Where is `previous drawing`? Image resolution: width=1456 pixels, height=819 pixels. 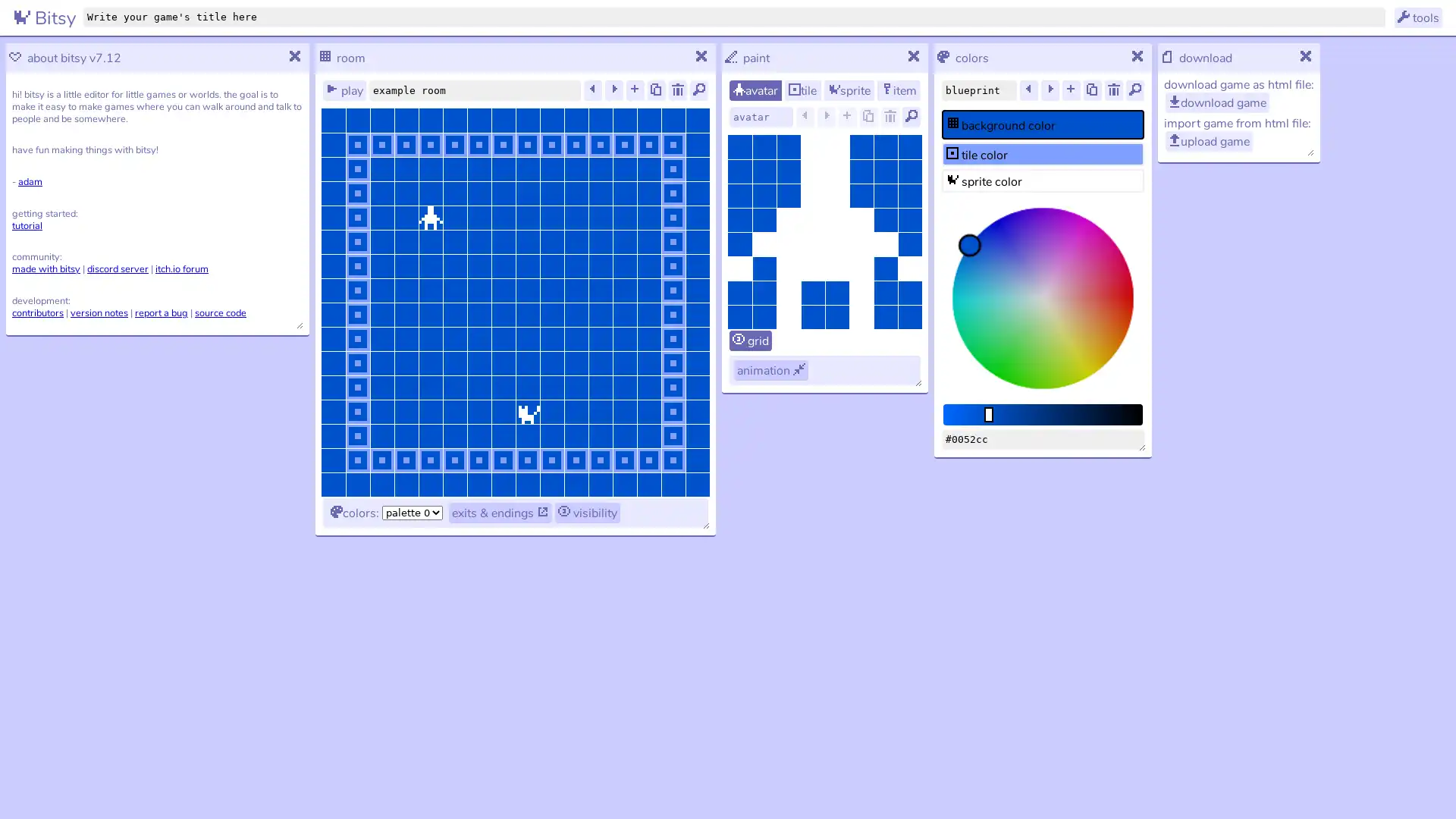
previous drawing is located at coordinates (804, 116).